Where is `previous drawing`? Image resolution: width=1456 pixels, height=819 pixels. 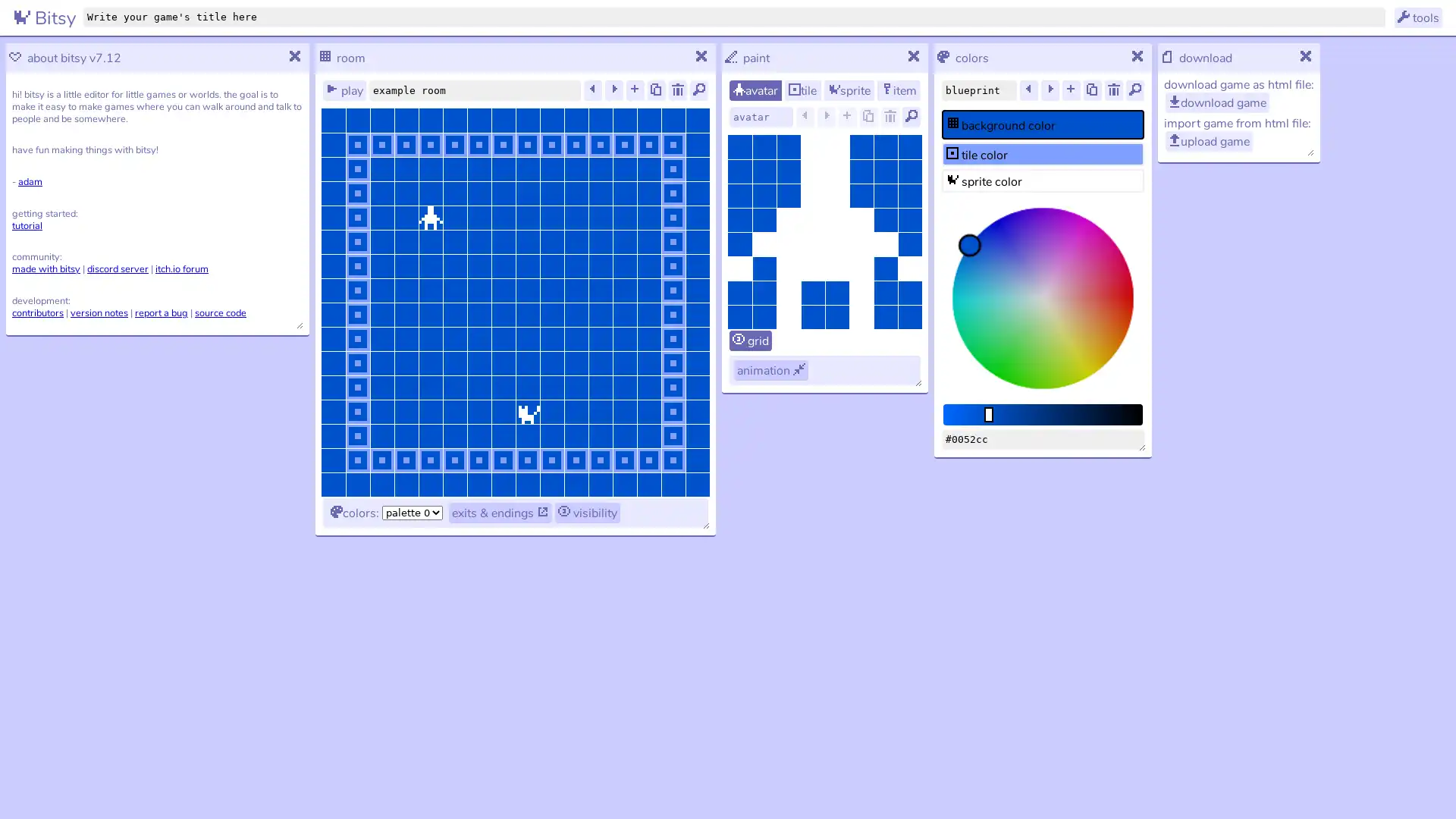
previous drawing is located at coordinates (804, 116).